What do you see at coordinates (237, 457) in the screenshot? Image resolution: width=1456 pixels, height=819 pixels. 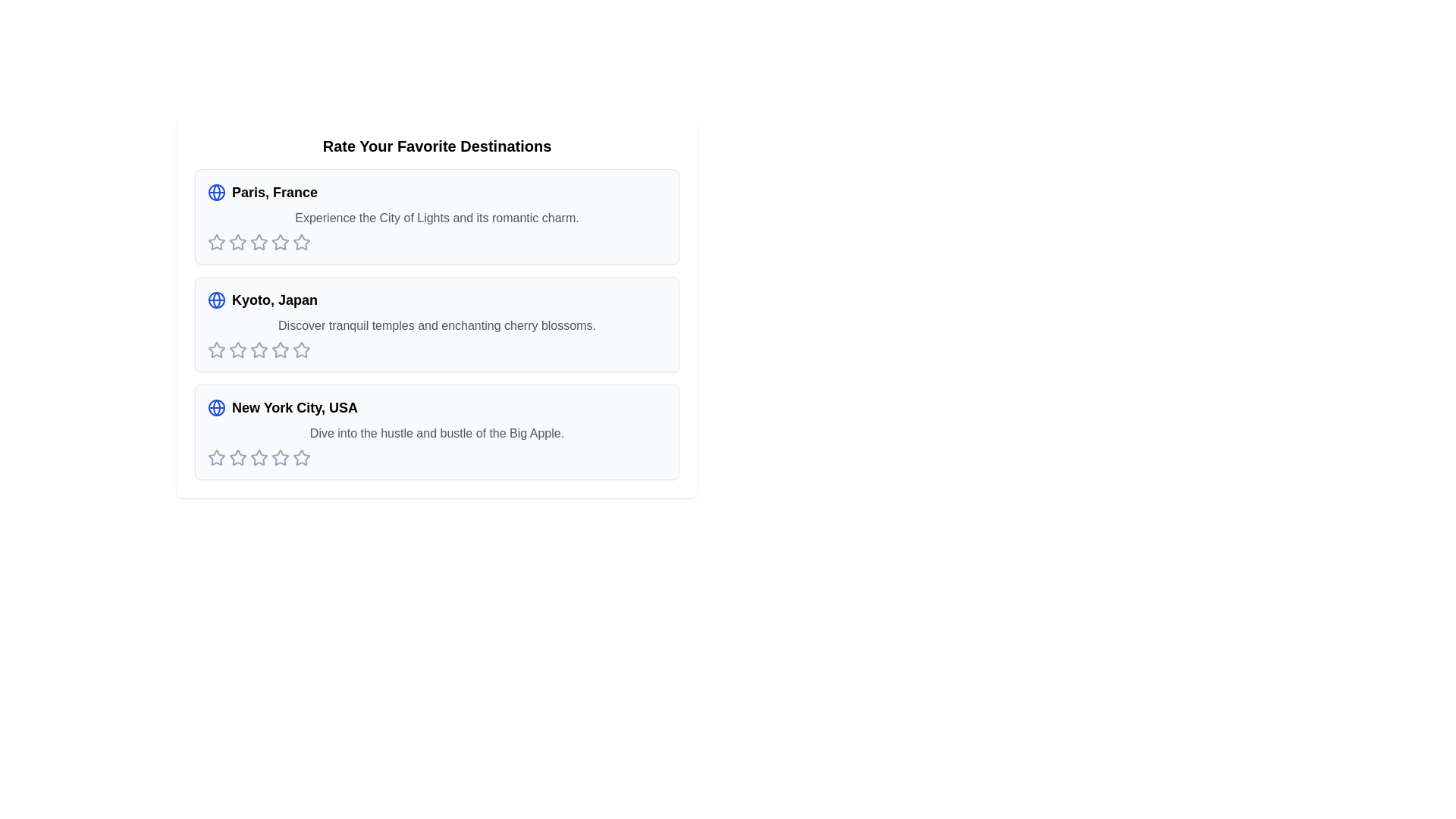 I see `the second star in the five-star rating row for 'New York City, USA' to trigger the interactive effect` at bounding box center [237, 457].